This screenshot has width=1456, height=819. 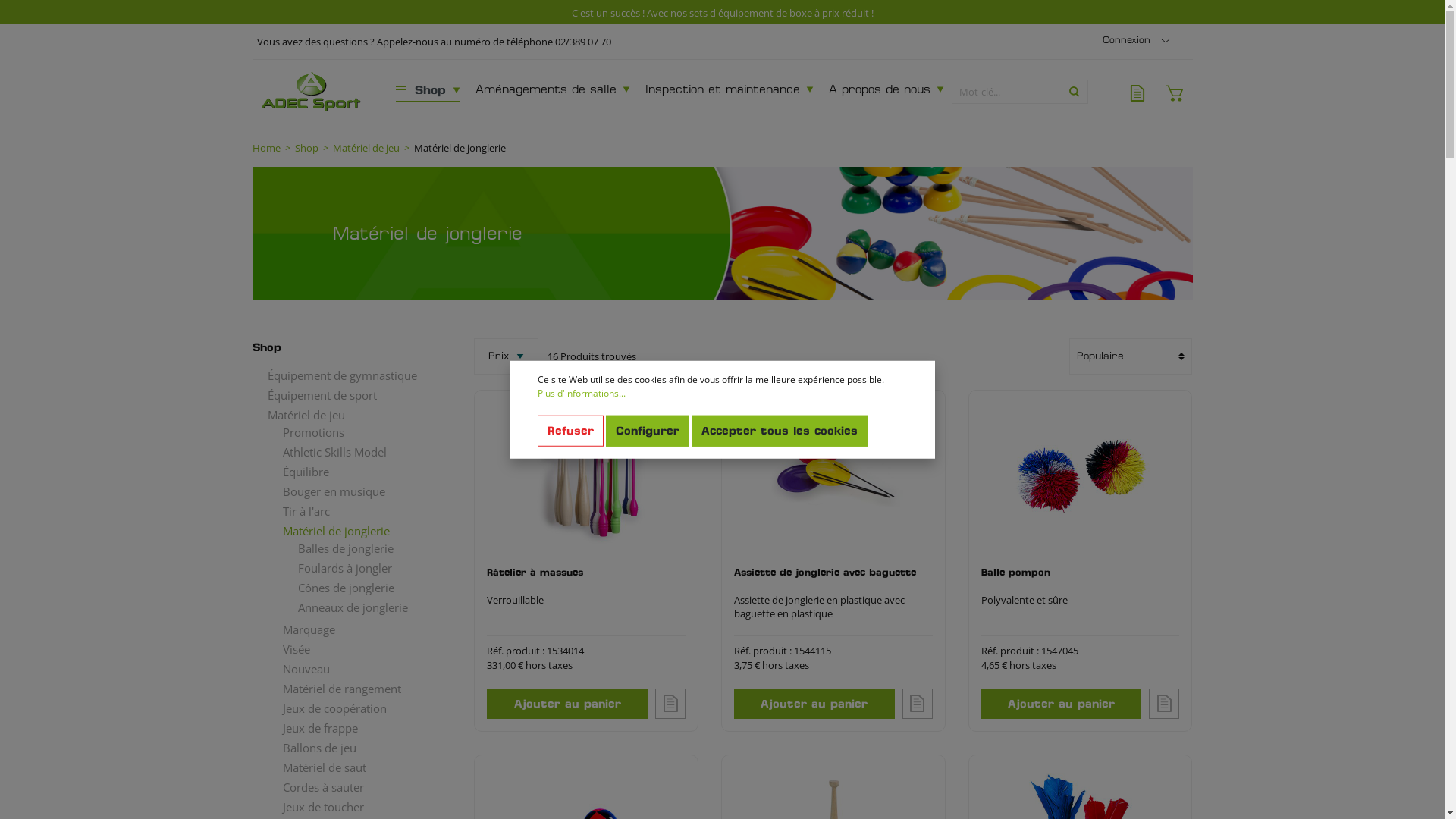 I want to click on 'Accepter tous les cookies', so click(x=691, y=431).